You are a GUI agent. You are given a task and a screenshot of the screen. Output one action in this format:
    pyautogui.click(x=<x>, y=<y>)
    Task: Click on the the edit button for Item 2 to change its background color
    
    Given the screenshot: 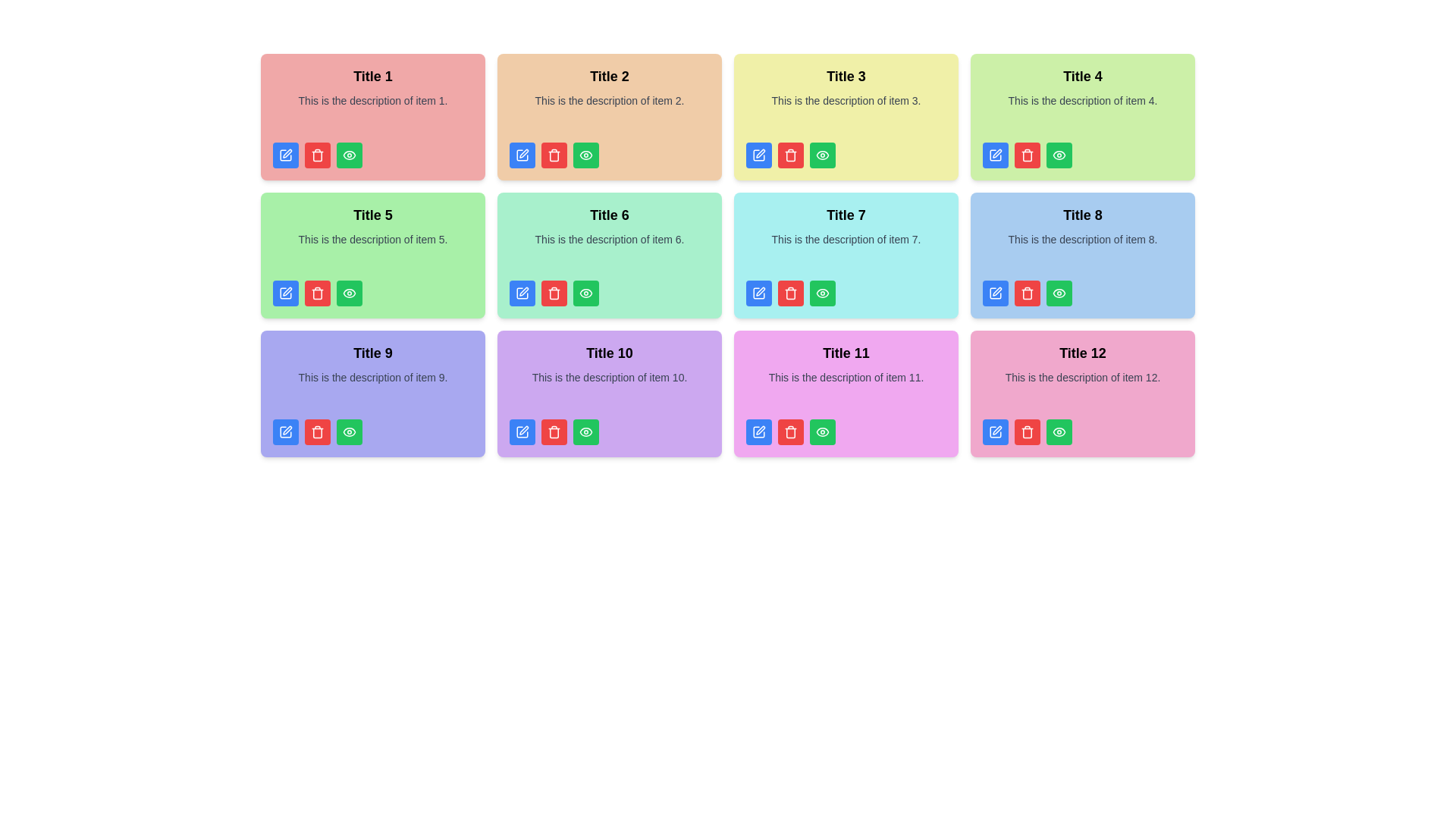 What is the action you would take?
    pyautogui.click(x=522, y=155)
    